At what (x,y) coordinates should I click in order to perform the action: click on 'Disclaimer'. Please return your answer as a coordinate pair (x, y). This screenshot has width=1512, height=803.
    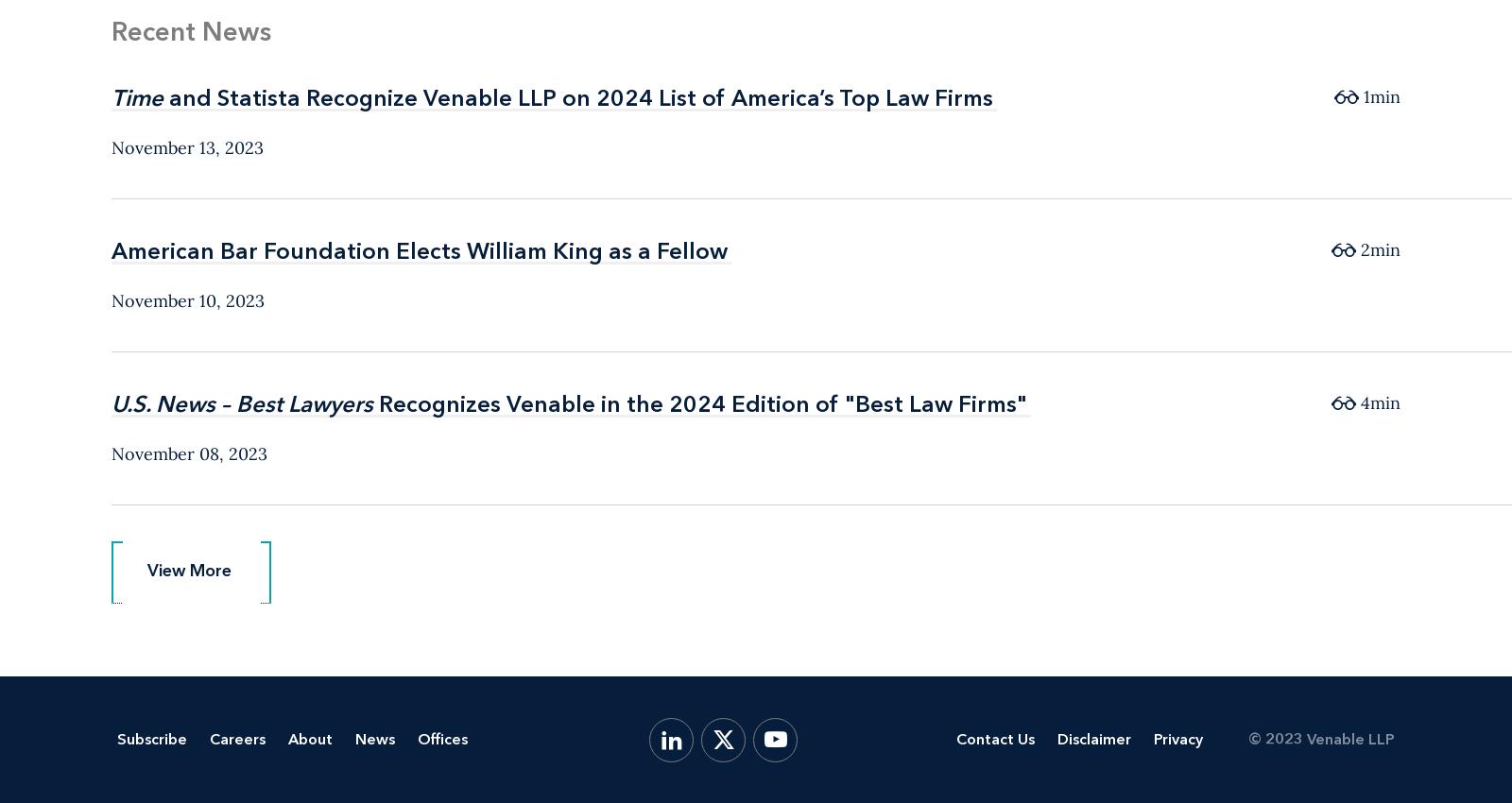
    Looking at the image, I should click on (1094, 738).